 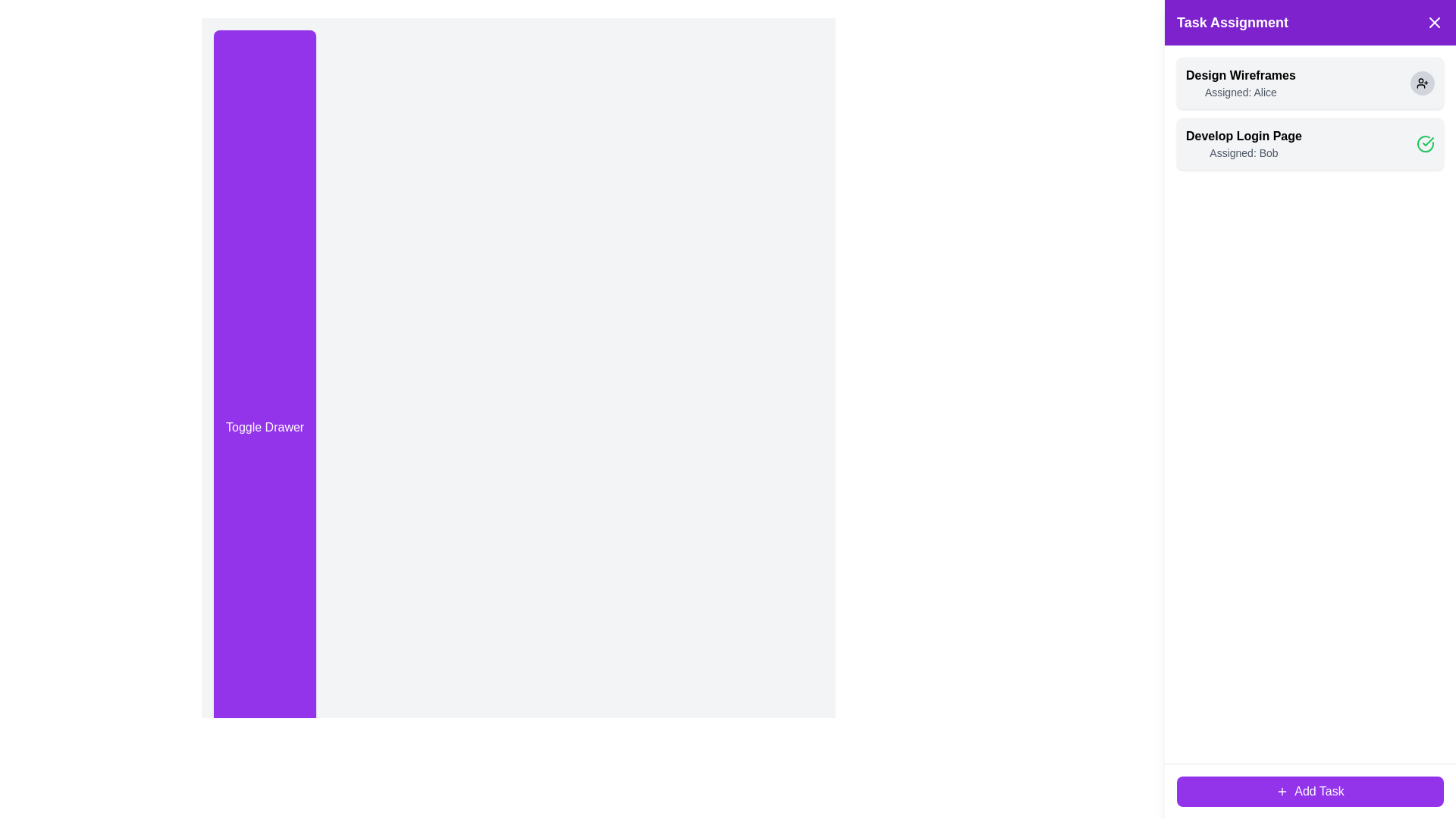 What do you see at coordinates (1282, 791) in the screenshot?
I see `the '+' icon within the 'Add Task' button located at the bottom-right corner of the interface` at bounding box center [1282, 791].